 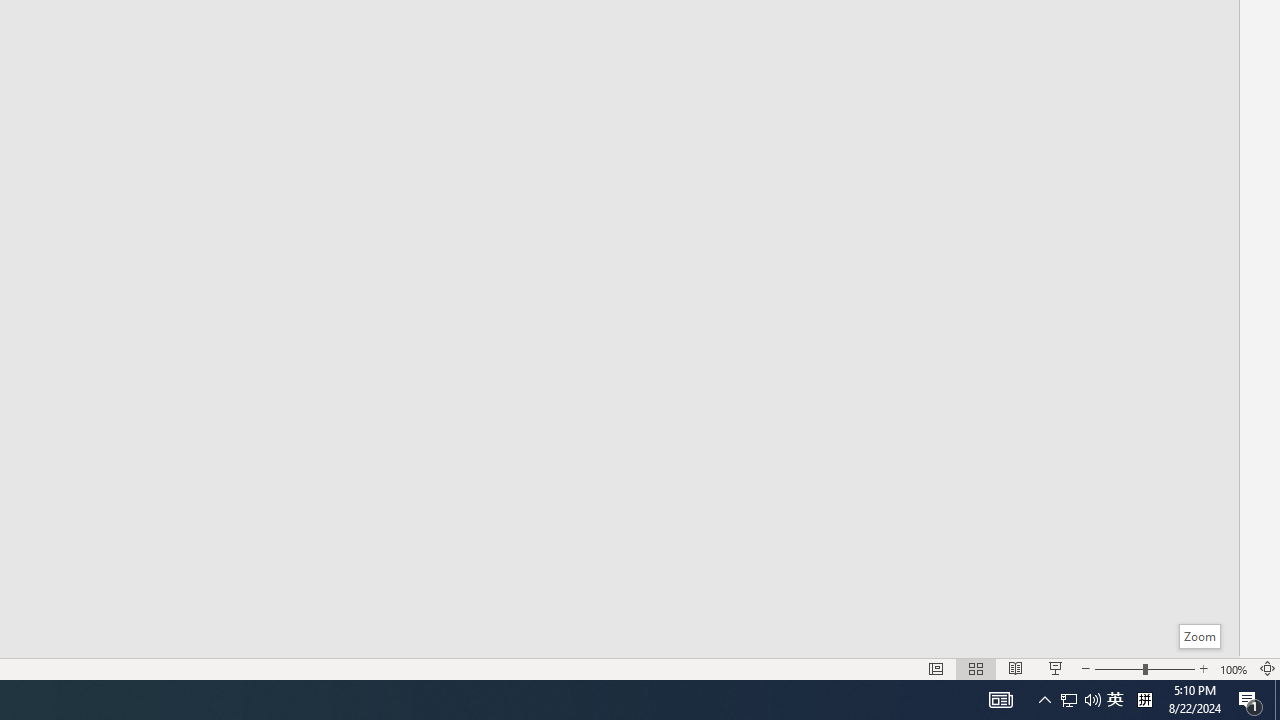 I want to click on 'Zoom 100%', so click(x=1233, y=669).